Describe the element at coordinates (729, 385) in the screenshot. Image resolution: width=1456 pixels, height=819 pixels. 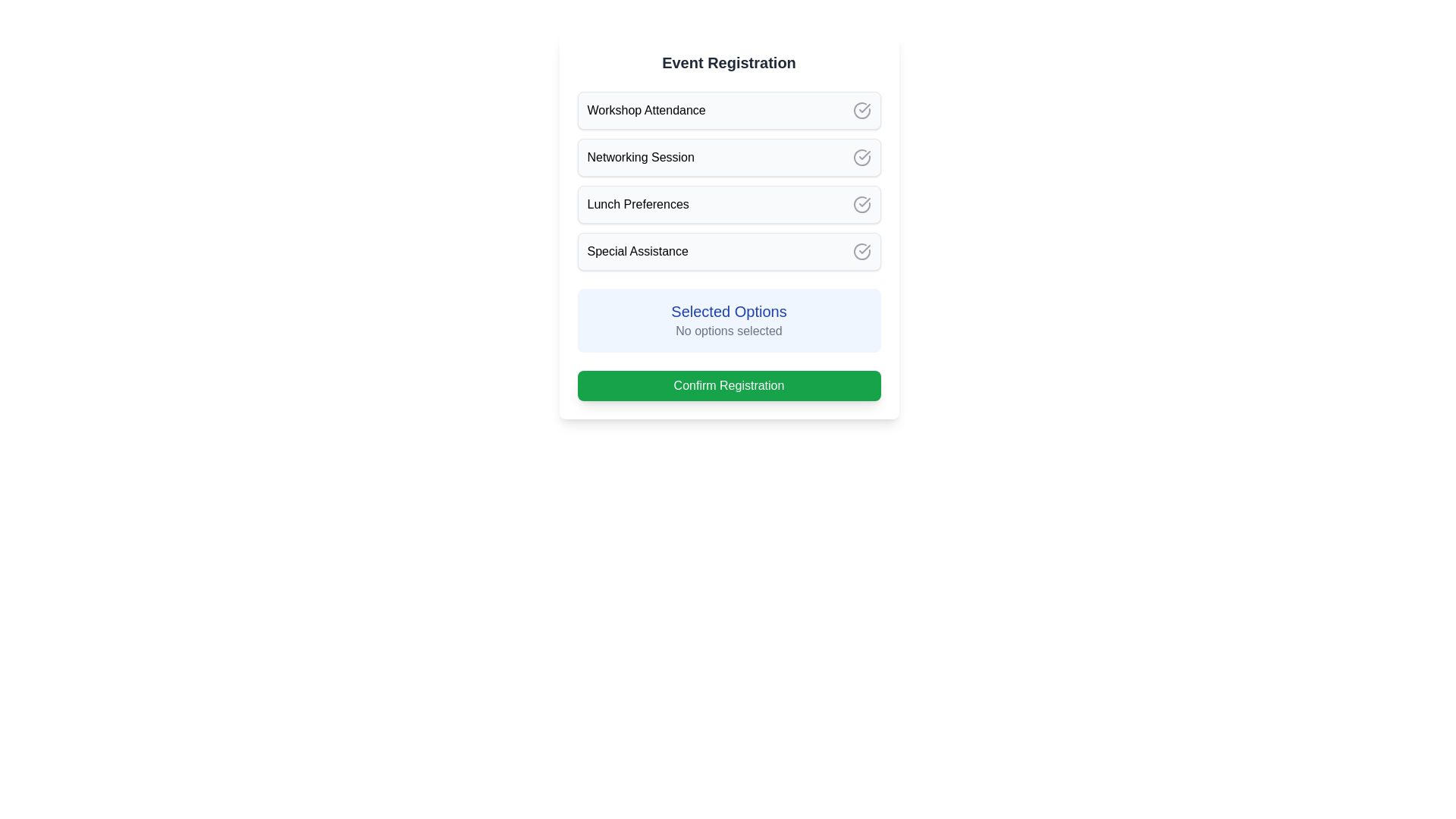
I see `the confirmation button located at the bottom of the 'Event Registration' card to confirm registration for the event` at that location.